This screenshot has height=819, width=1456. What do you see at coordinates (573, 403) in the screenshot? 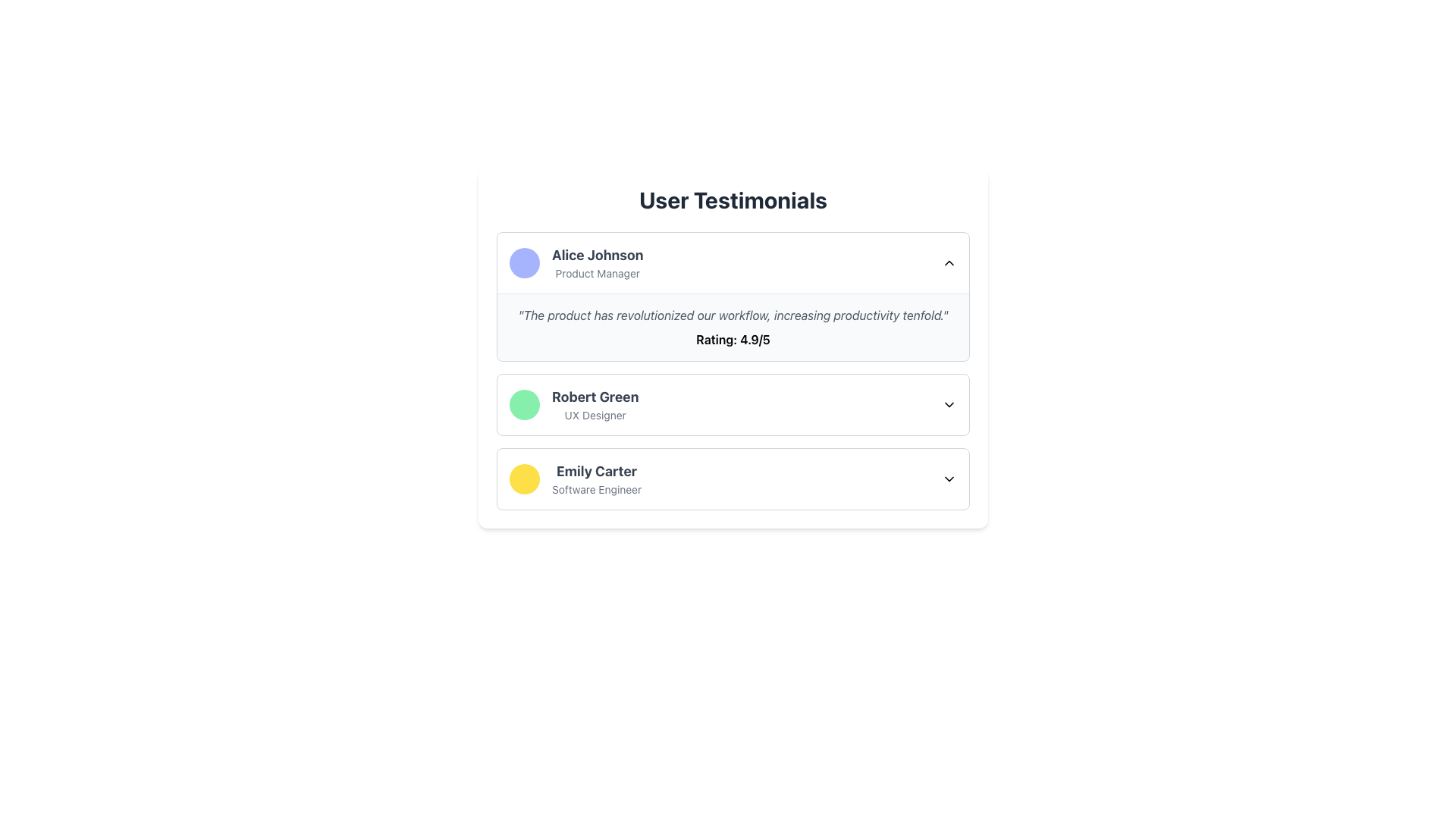
I see `the second entry in the 'User Testimonials' section, which displays user information including the name and role, located between 'Alice Johnson' and 'Emily Carter'` at bounding box center [573, 403].